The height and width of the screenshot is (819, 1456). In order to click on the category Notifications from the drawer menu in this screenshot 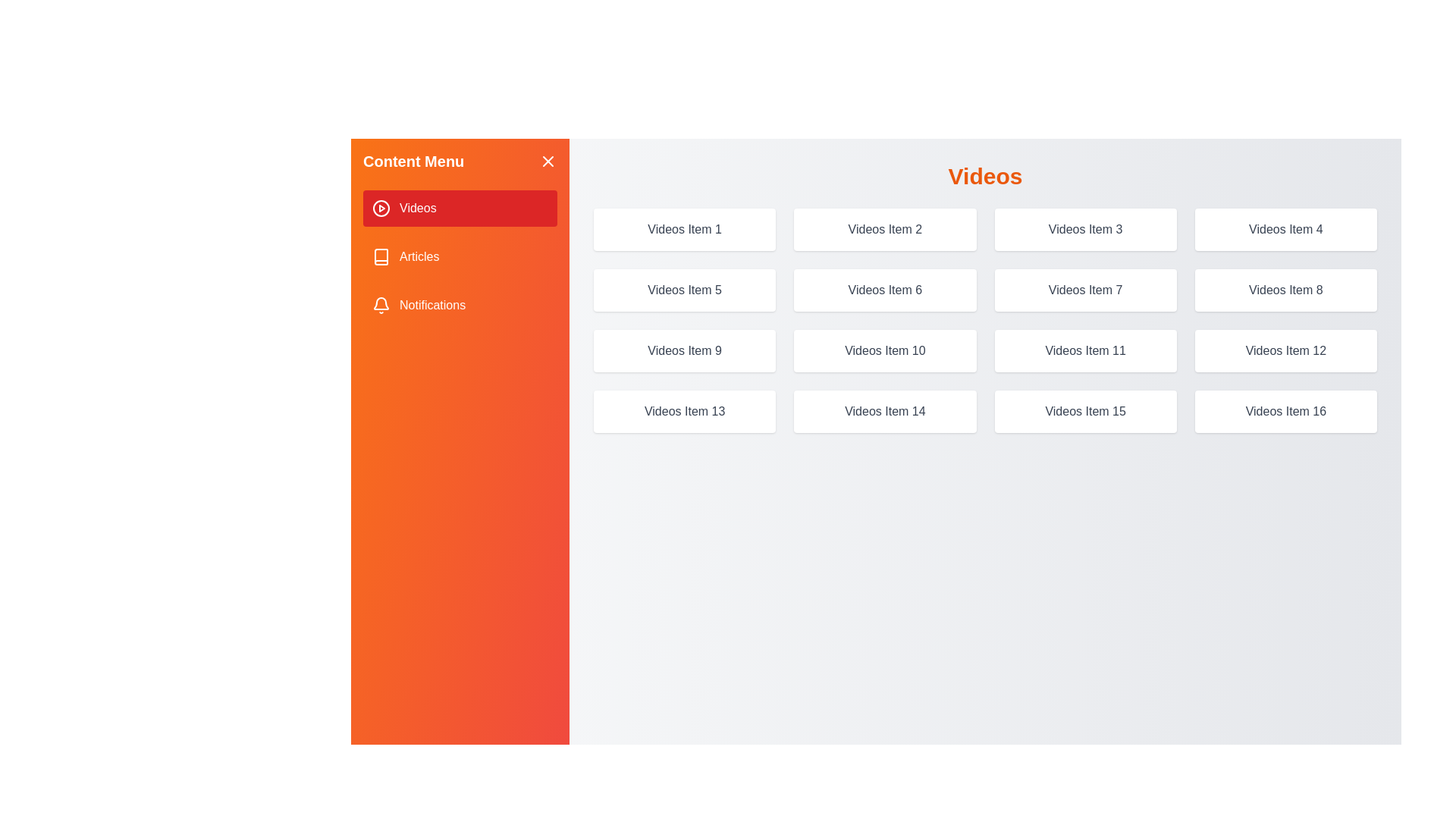, I will do `click(459, 305)`.